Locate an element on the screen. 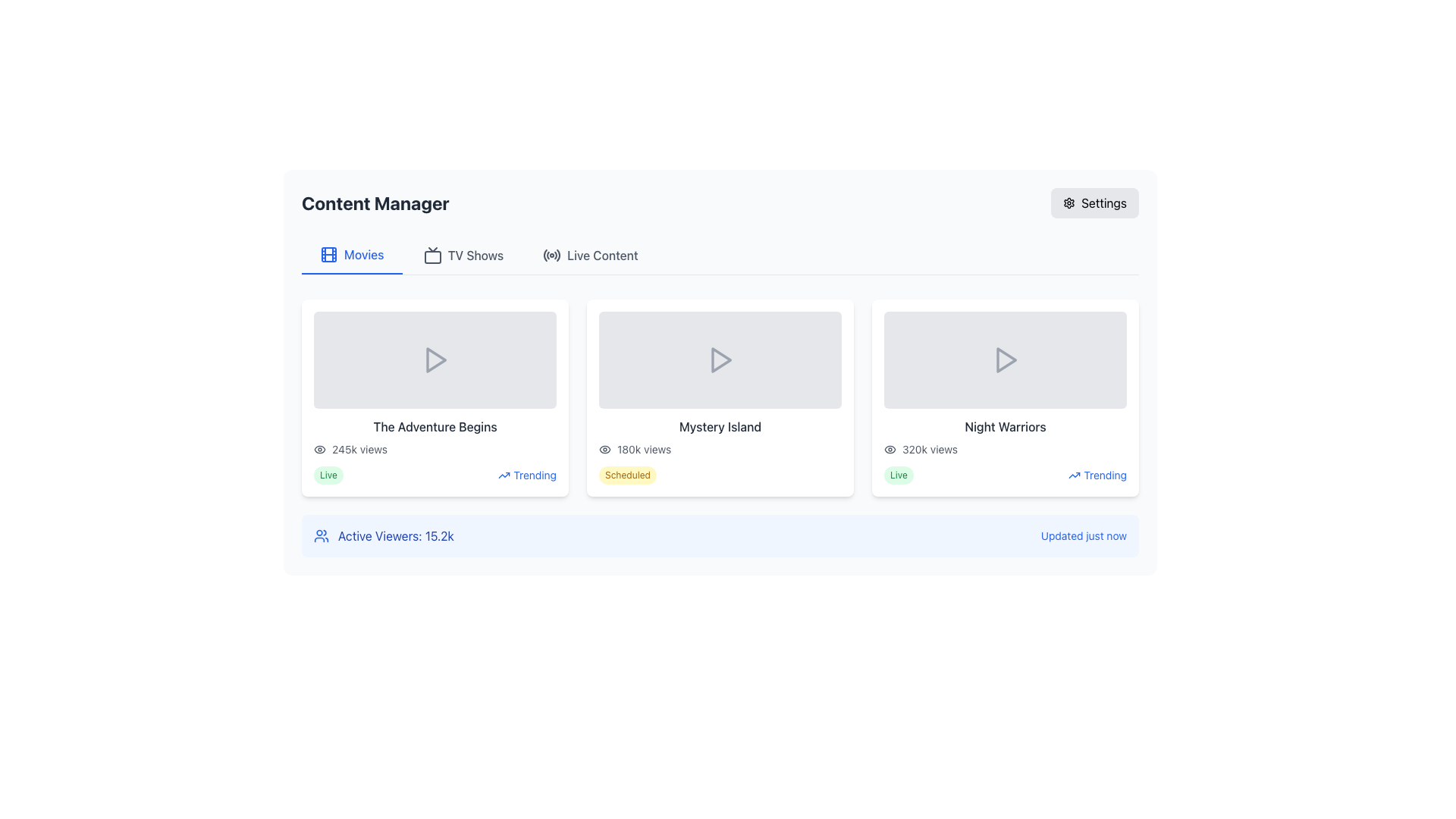 The width and height of the screenshot is (1456, 819). the color coding of the Status label with the text 'Live', which is a small, rounded rectangular label with a green background located at the bottom-left corner of the card titled 'The Adventure Begins' is located at coordinates (328, 475).